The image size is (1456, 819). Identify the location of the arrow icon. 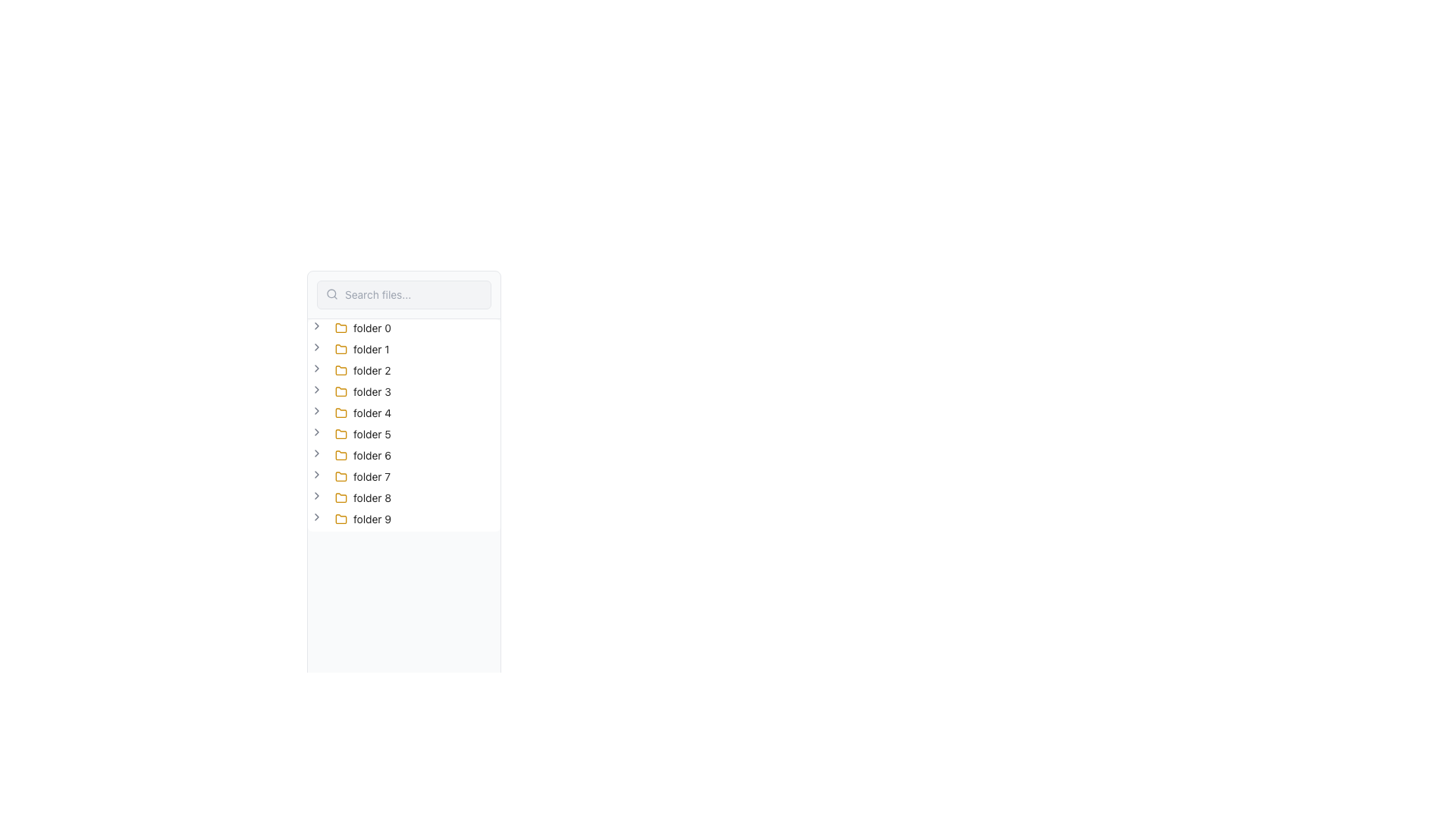
(315, 391).